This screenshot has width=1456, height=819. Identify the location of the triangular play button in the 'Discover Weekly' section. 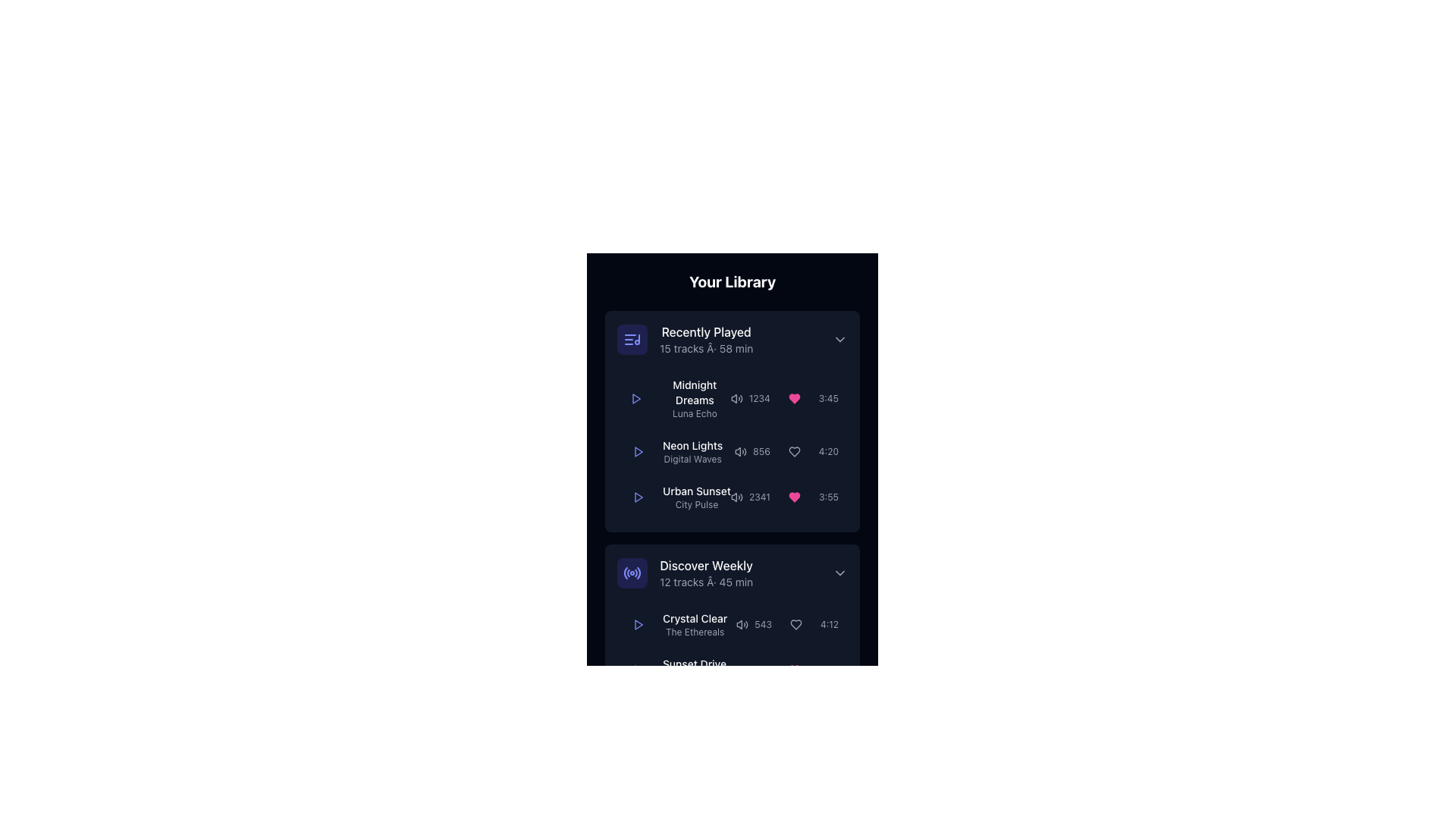
(639, 669).